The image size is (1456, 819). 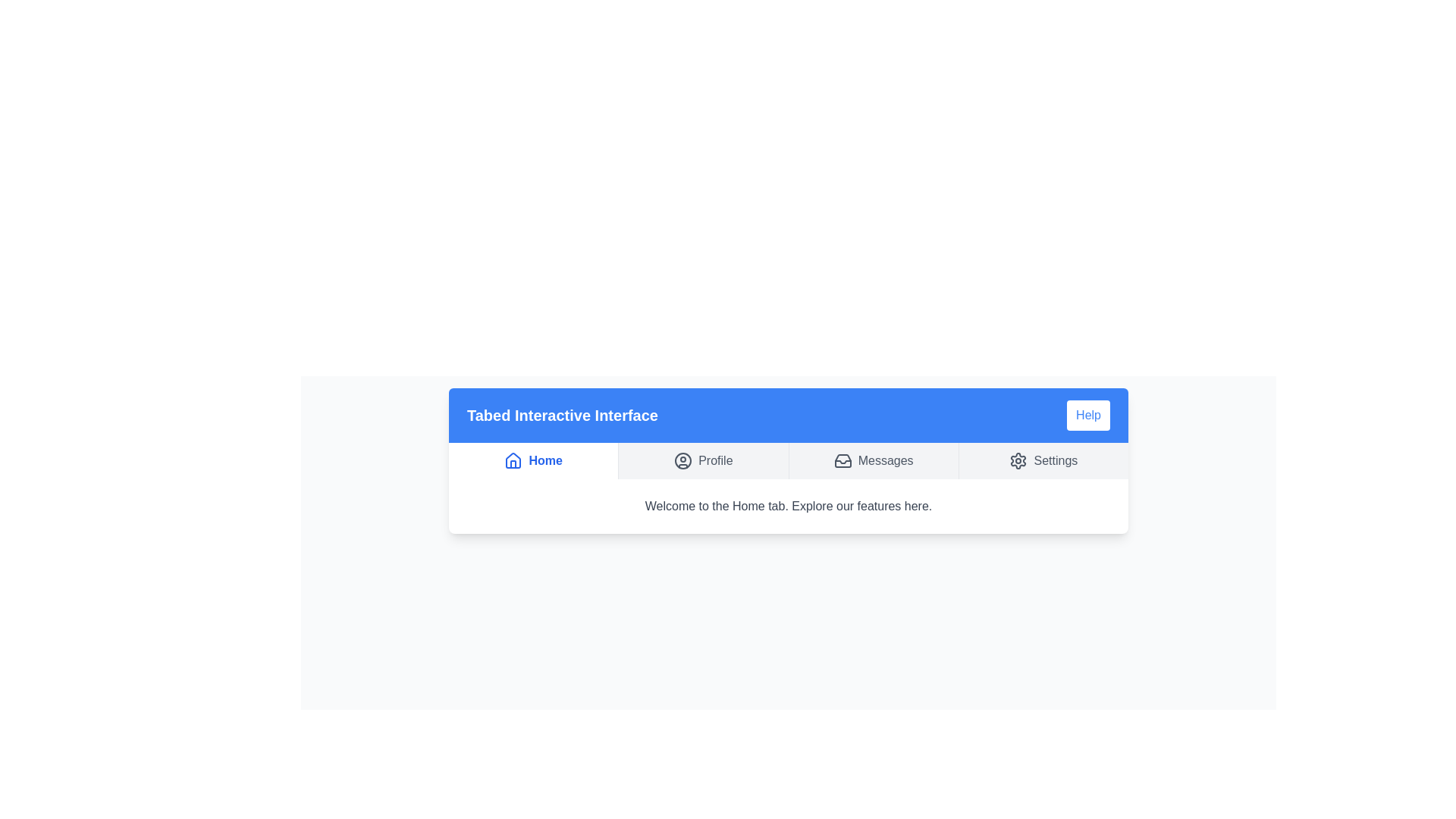 I want to click on the 'Profile' navigational label, which is located between the 'Home' label and the 'Messages' label in the top-center of the interface, so click(x=714, y=460).